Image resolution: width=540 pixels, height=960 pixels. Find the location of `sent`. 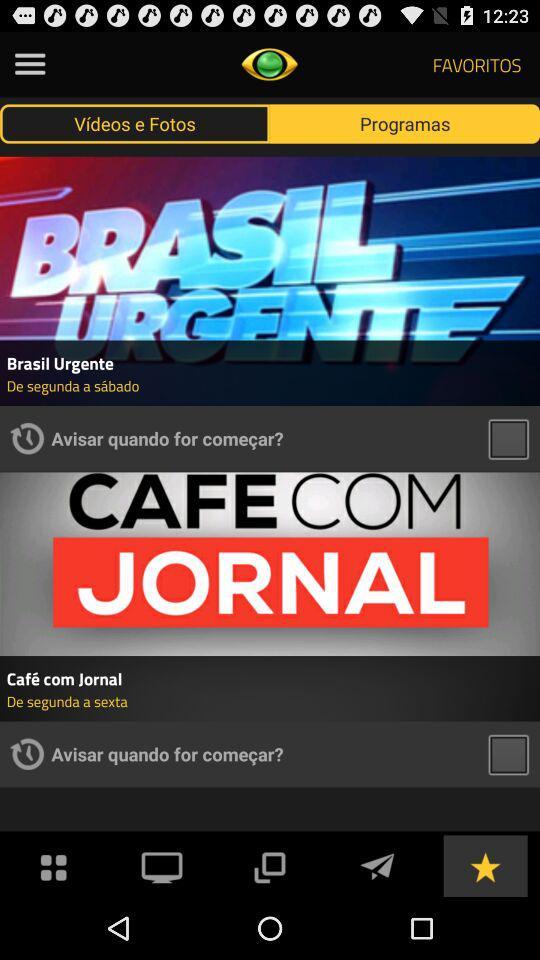

sent is located at coordinates (377, 864).